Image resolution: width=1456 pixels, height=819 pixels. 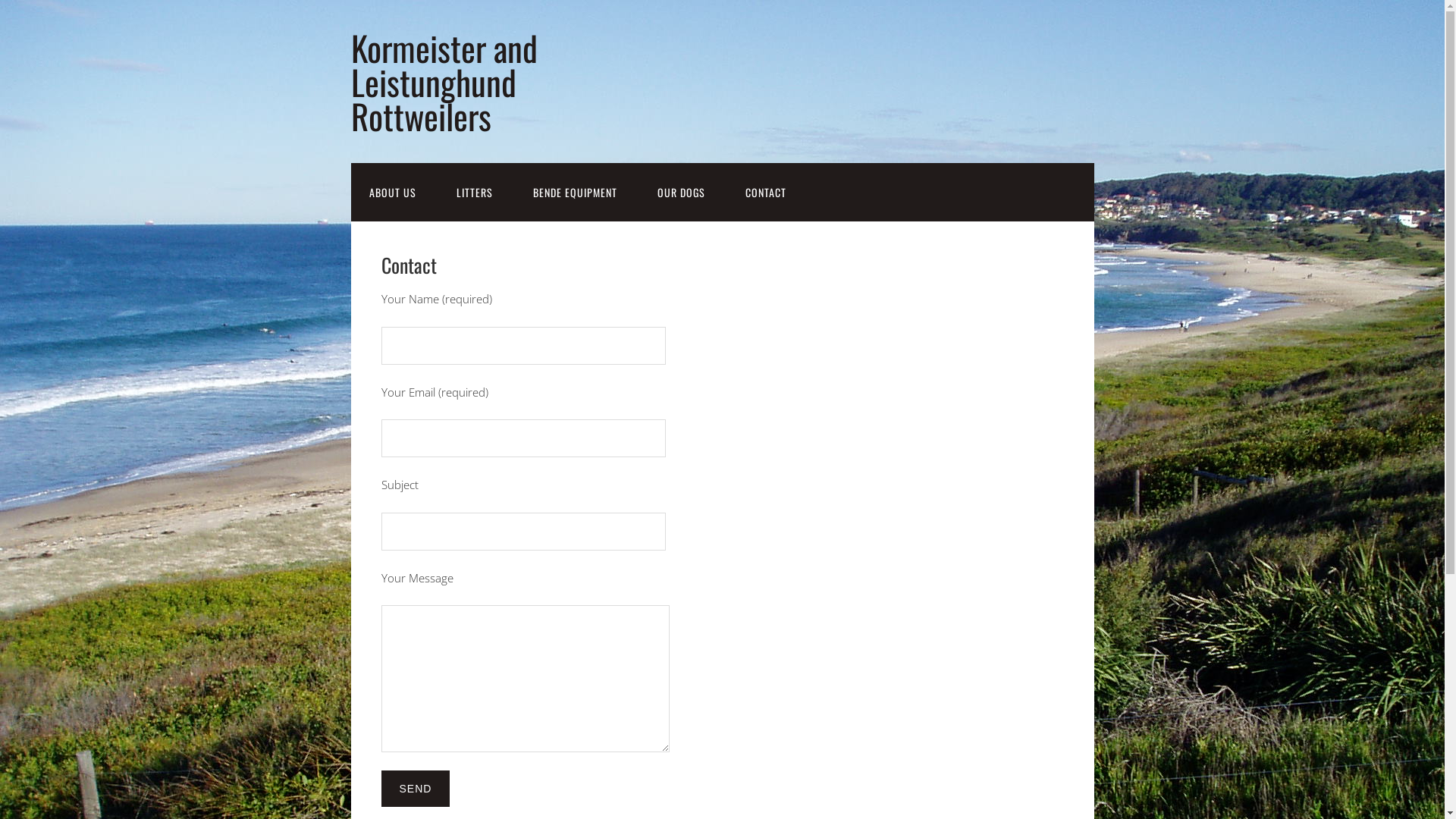 I want to click on 'LITTERS', so click(x=437, y=191).